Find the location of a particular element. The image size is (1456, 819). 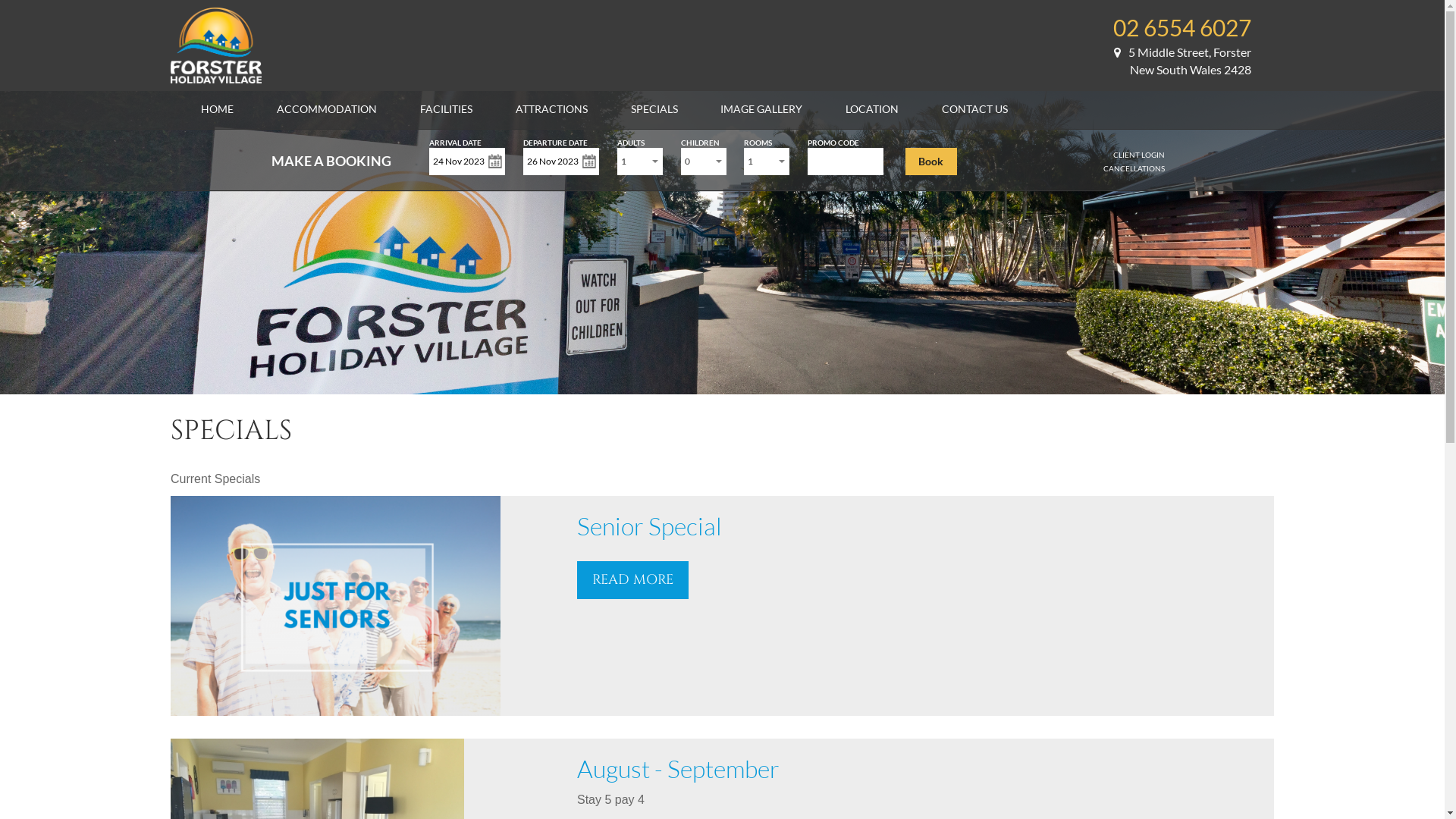

'SPECIALS' is located at coordinates (630, 108).